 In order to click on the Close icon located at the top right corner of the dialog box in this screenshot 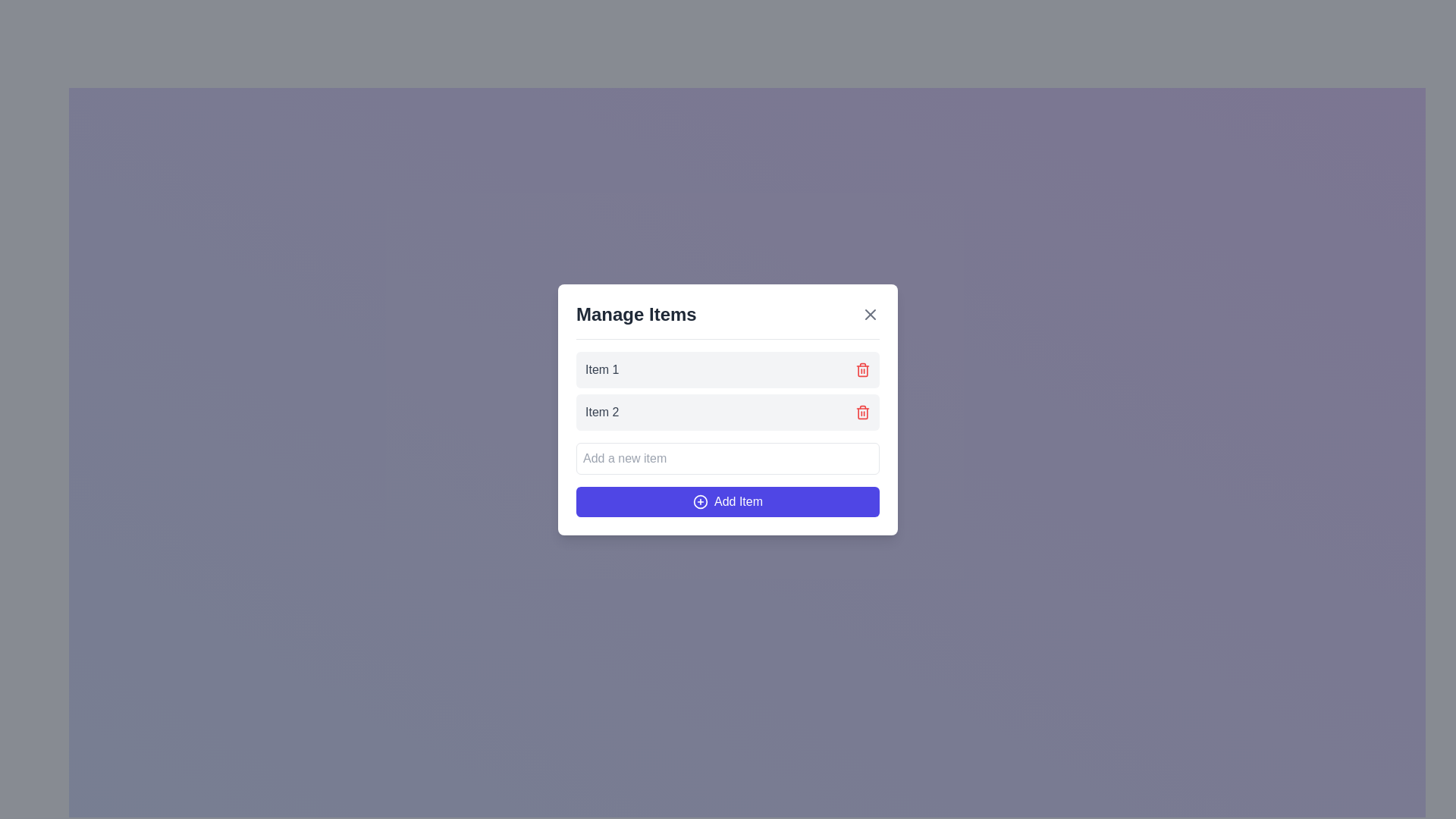, I will do `click(870, 313)`.